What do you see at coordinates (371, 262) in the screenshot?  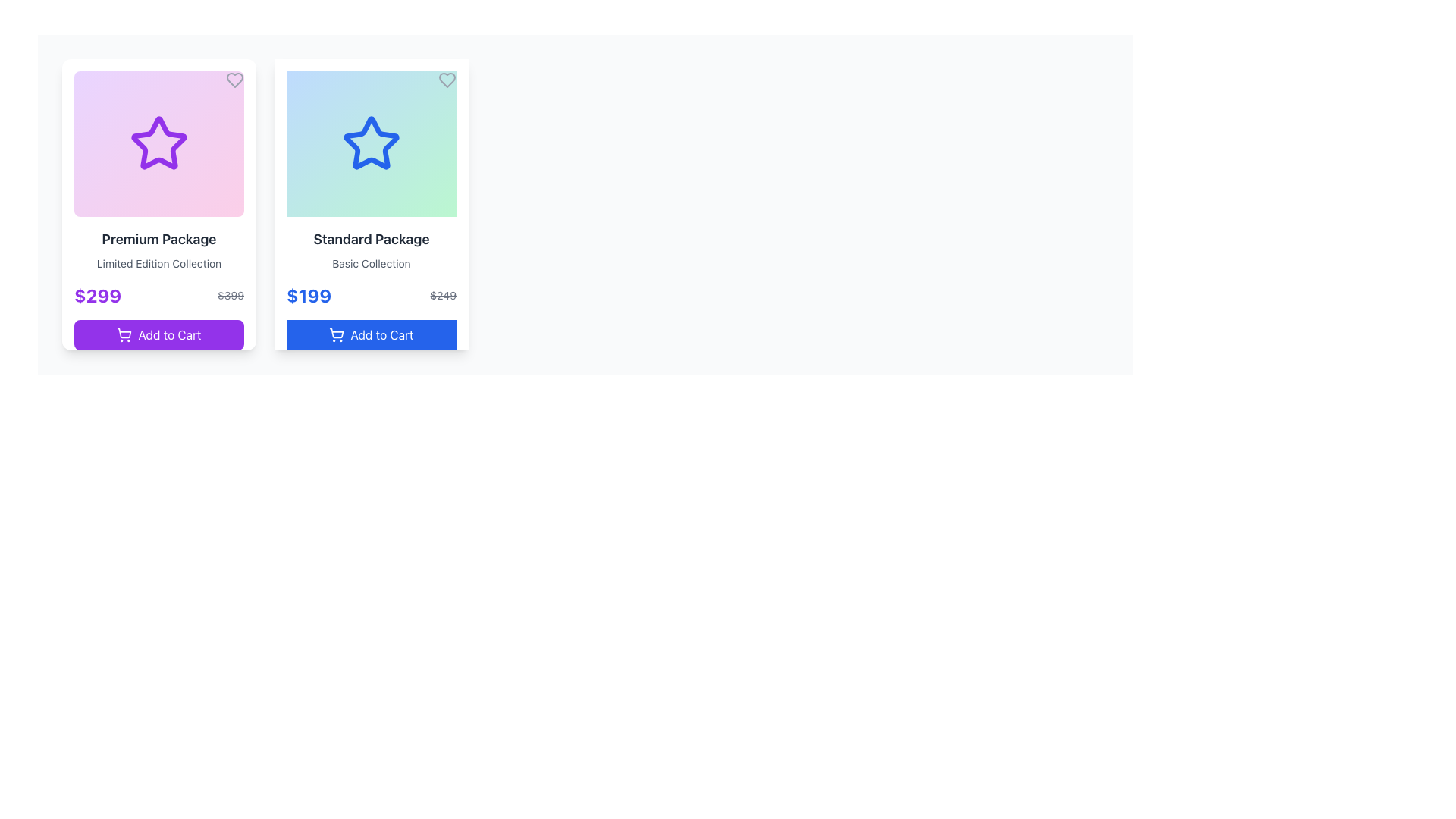 I see `text element labeled 'Basic Collection', which is styled in a smaller, lighter gray font and positioned below 'Standard Package' and above the pricing information` at bounding box center [371, 262].